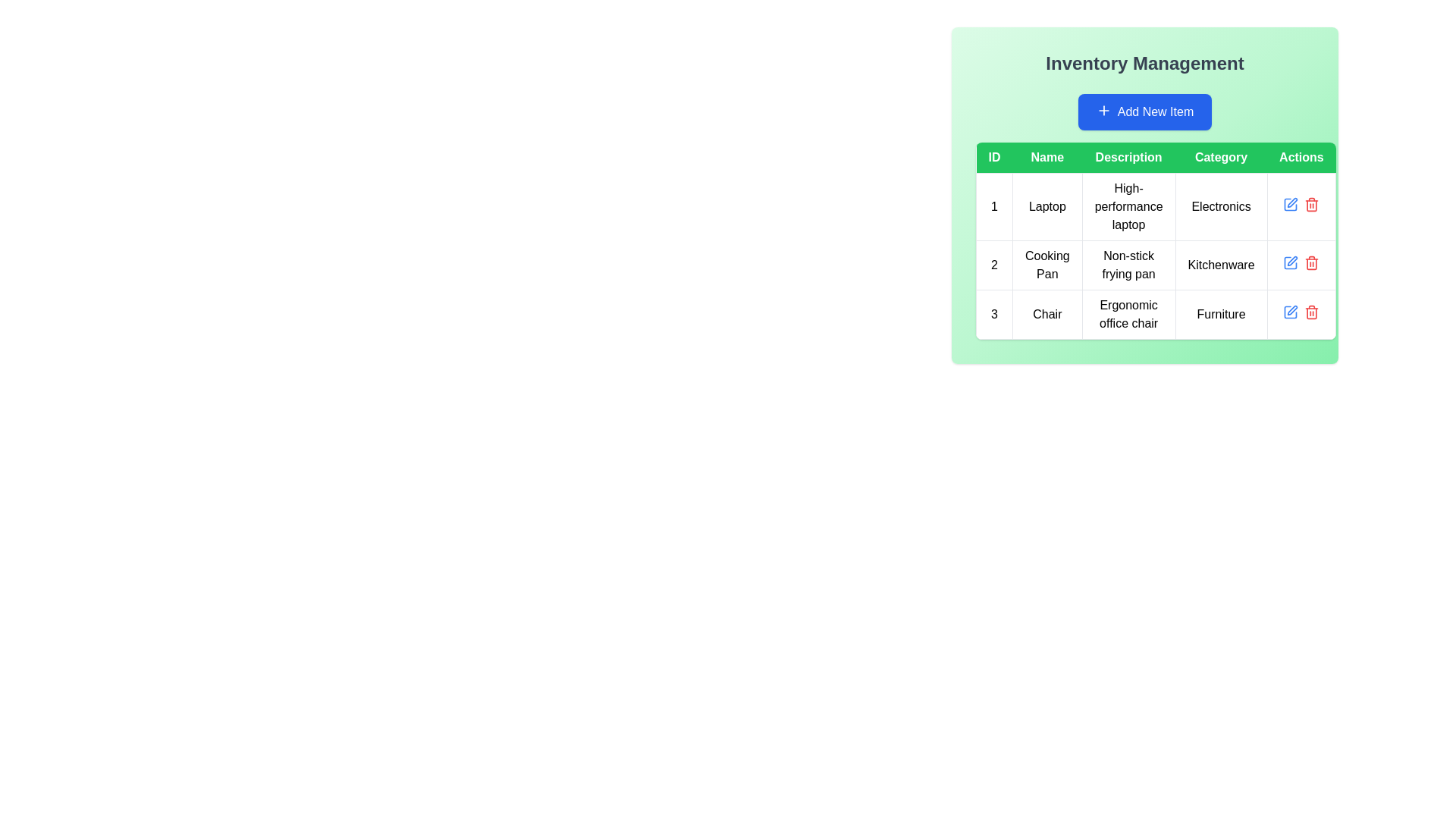 The width and height of the screenshot is (1456, 819). What do you see at coordinates (1046, 265) in the screenshot?
I see `the 'Cooking Pan' text label, which is styled with centered alignment and located in the 'Name' column of the table, associated with ID '2'` at bounding box center [1046, 265].